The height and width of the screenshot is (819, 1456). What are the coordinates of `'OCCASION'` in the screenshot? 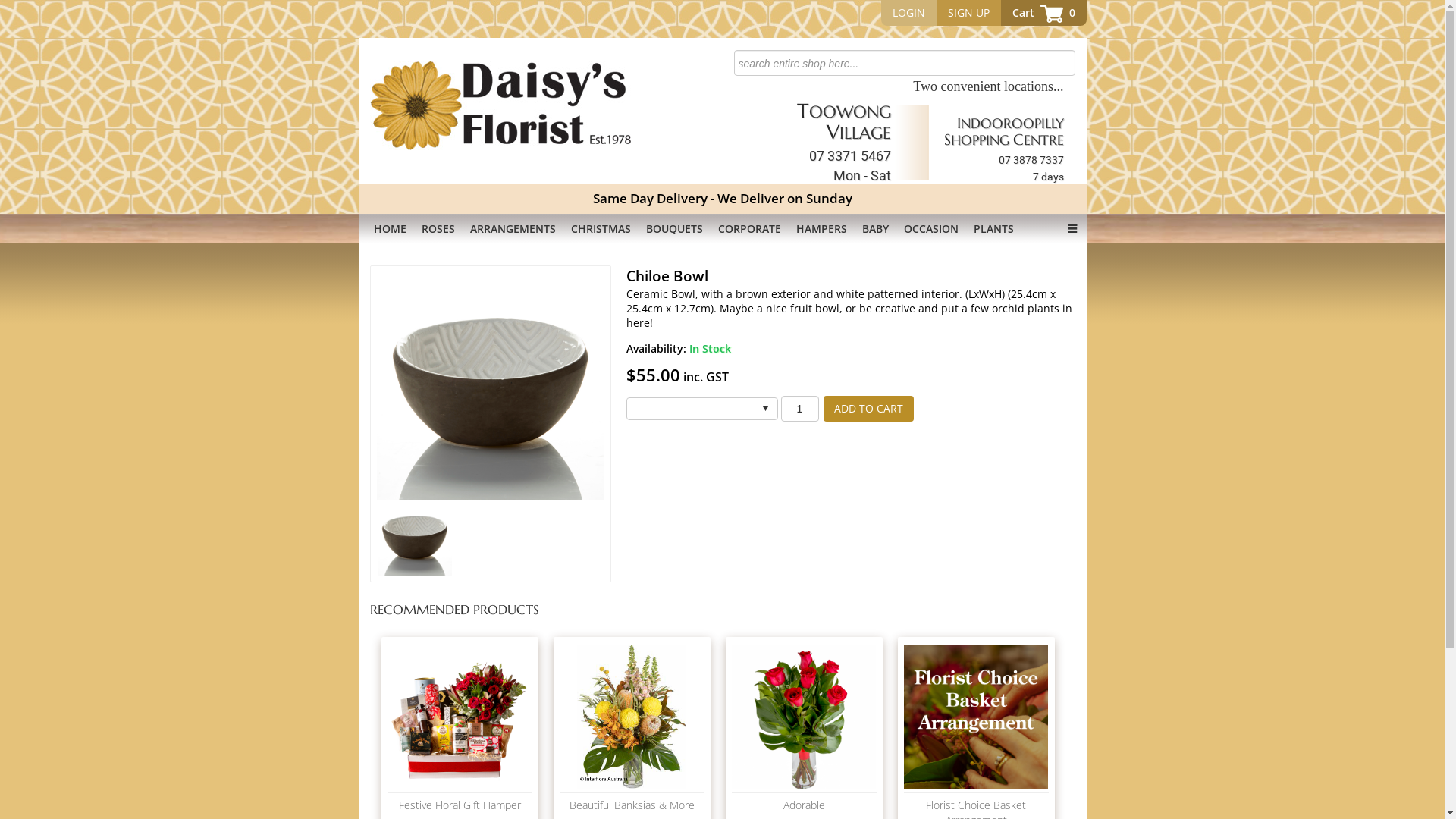 It's located at (930, 228).